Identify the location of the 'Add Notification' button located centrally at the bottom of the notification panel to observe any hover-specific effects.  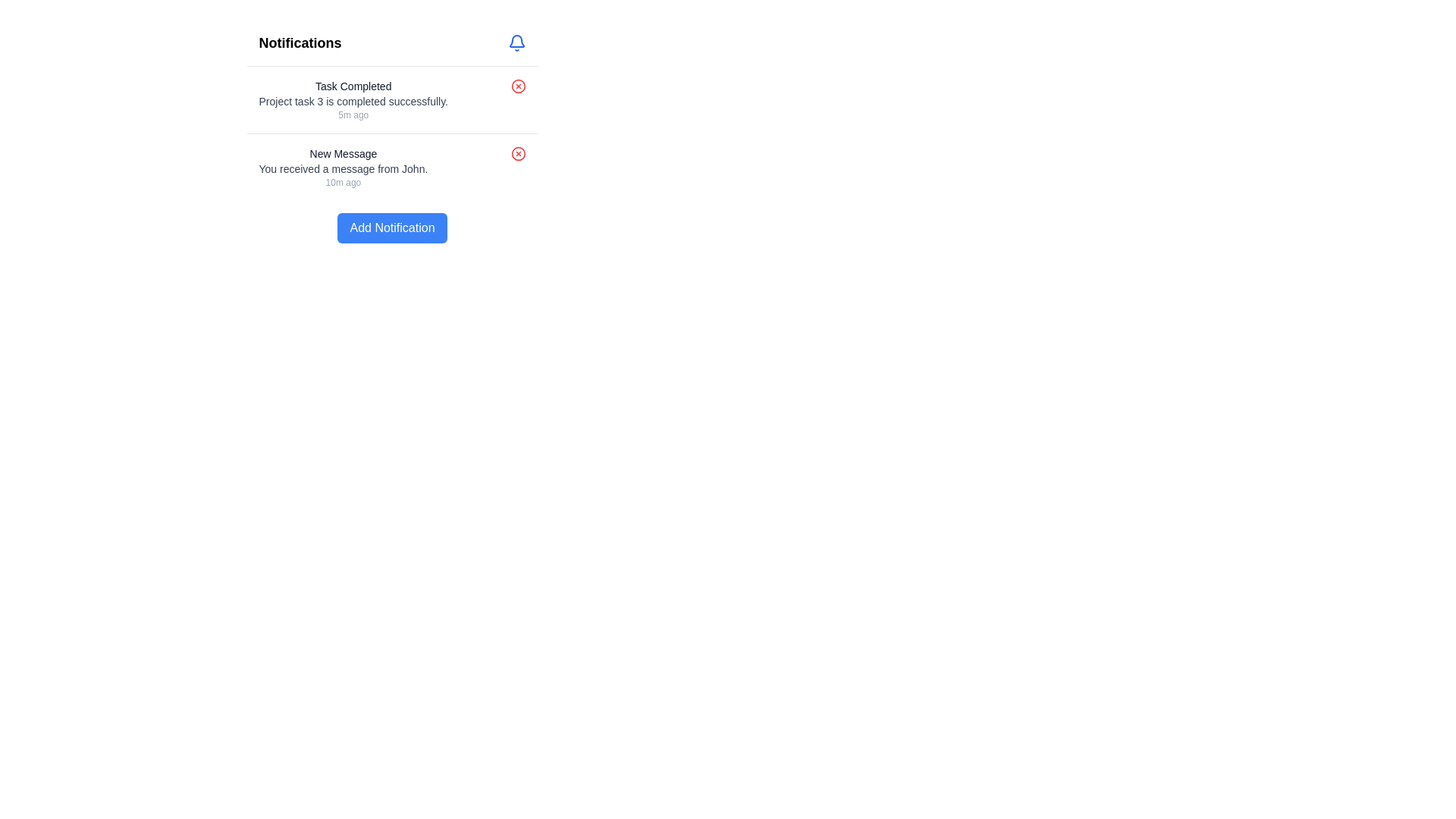
(392, 227).